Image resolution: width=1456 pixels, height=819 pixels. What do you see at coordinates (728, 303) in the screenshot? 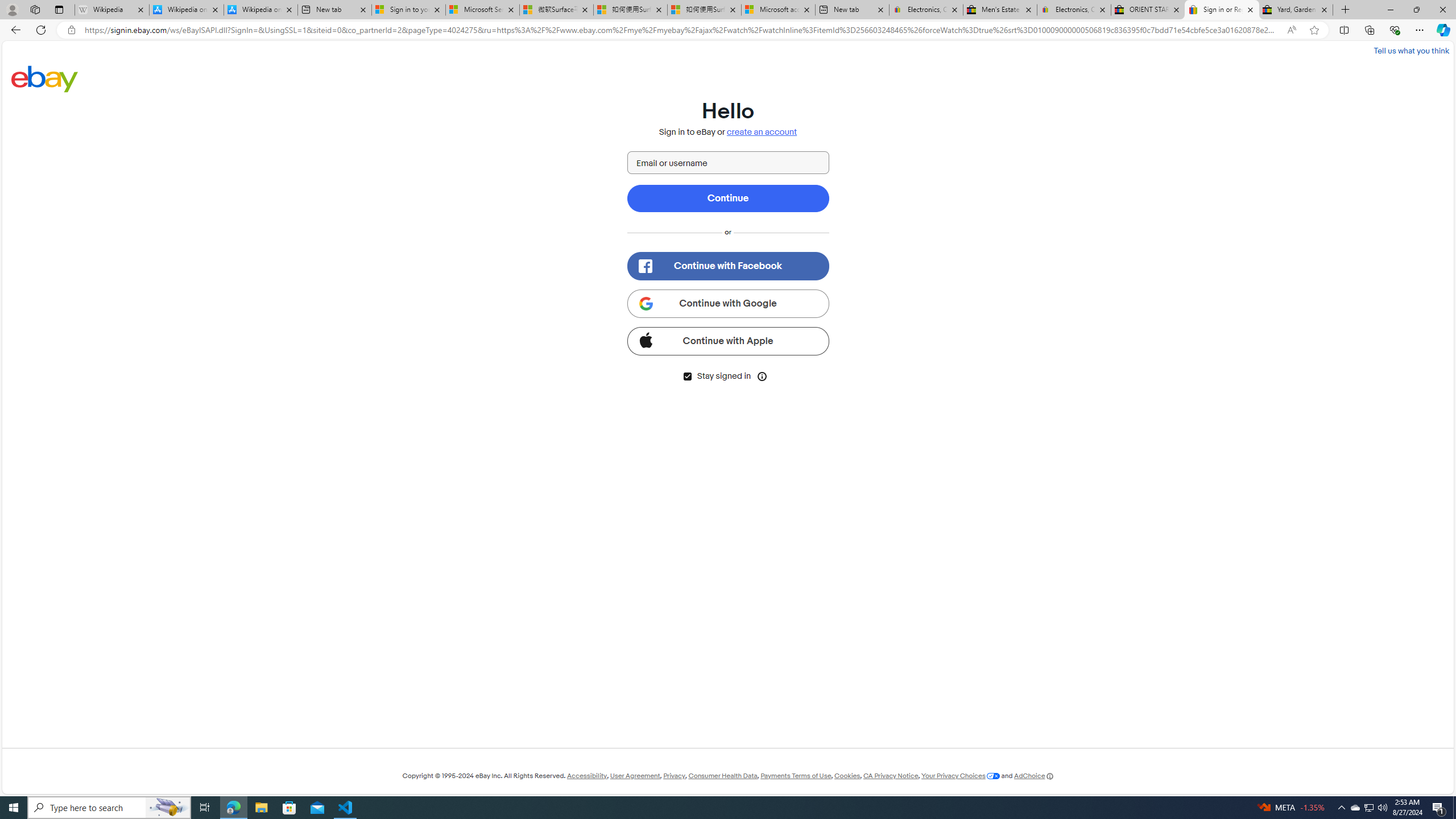
I see `'Continue with Google'` at bounding box center [728, 303].